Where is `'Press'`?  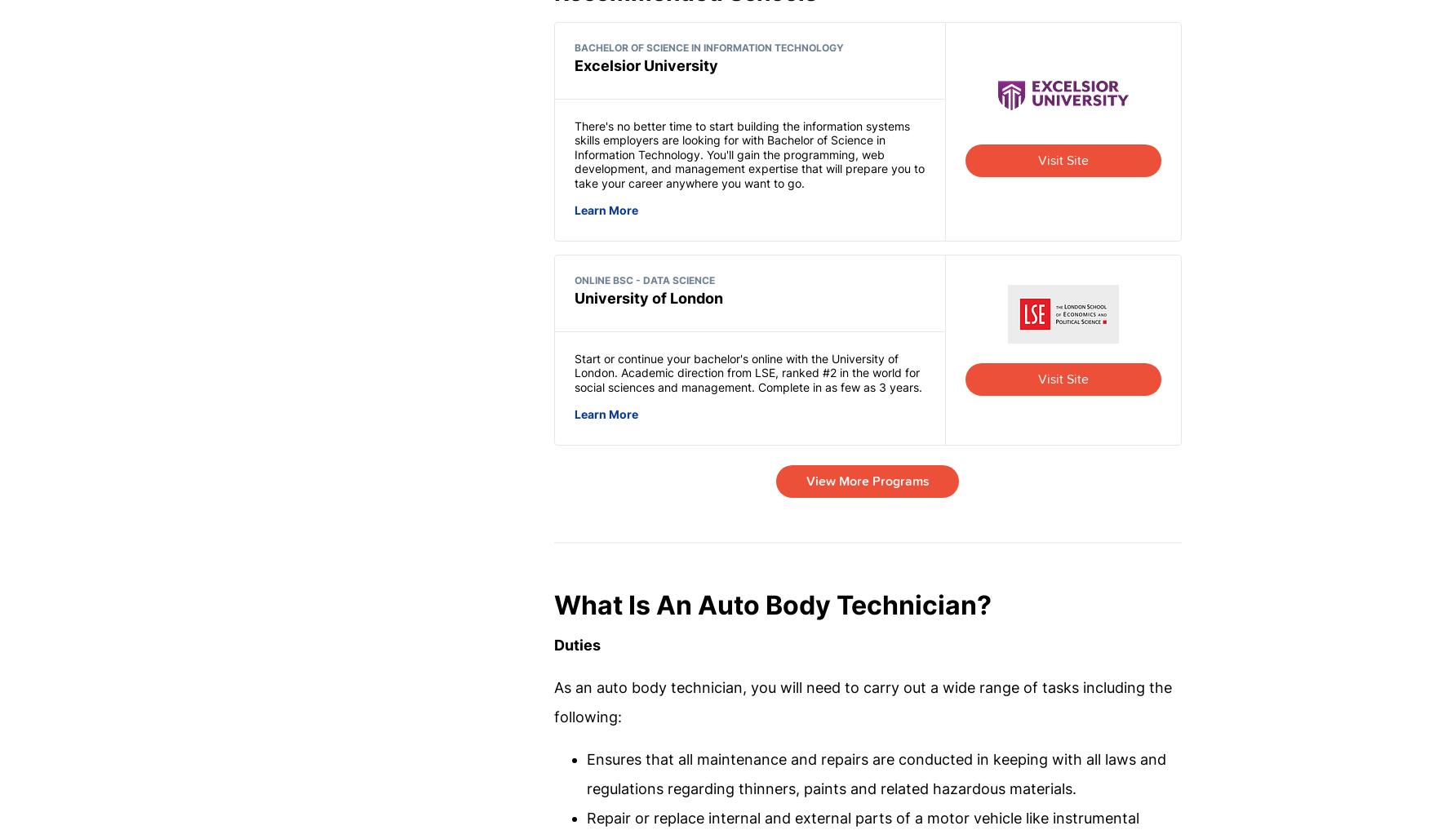
'Press' is located at coordinates (863, 673).